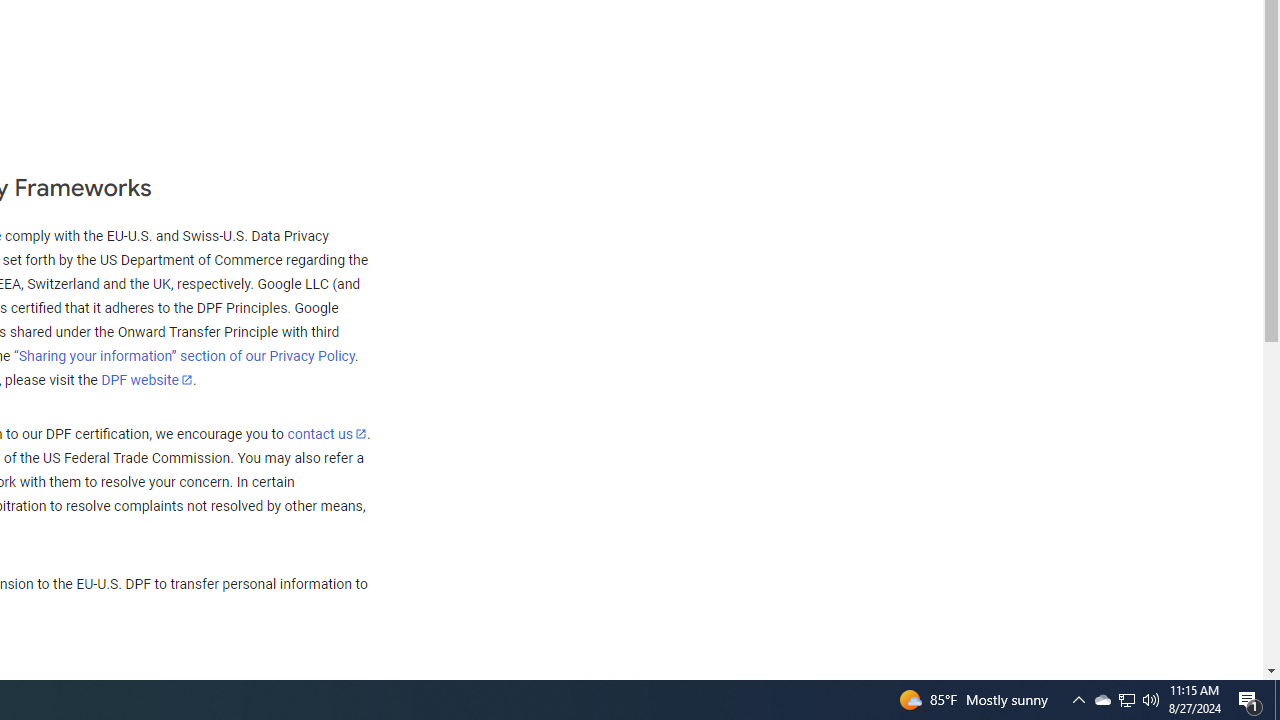 Image resolution: width=1280 pixels, height=720 pixels. Describe the element at coordinates (327, 432) in the screenshot. I see `'contact us'` at that location.